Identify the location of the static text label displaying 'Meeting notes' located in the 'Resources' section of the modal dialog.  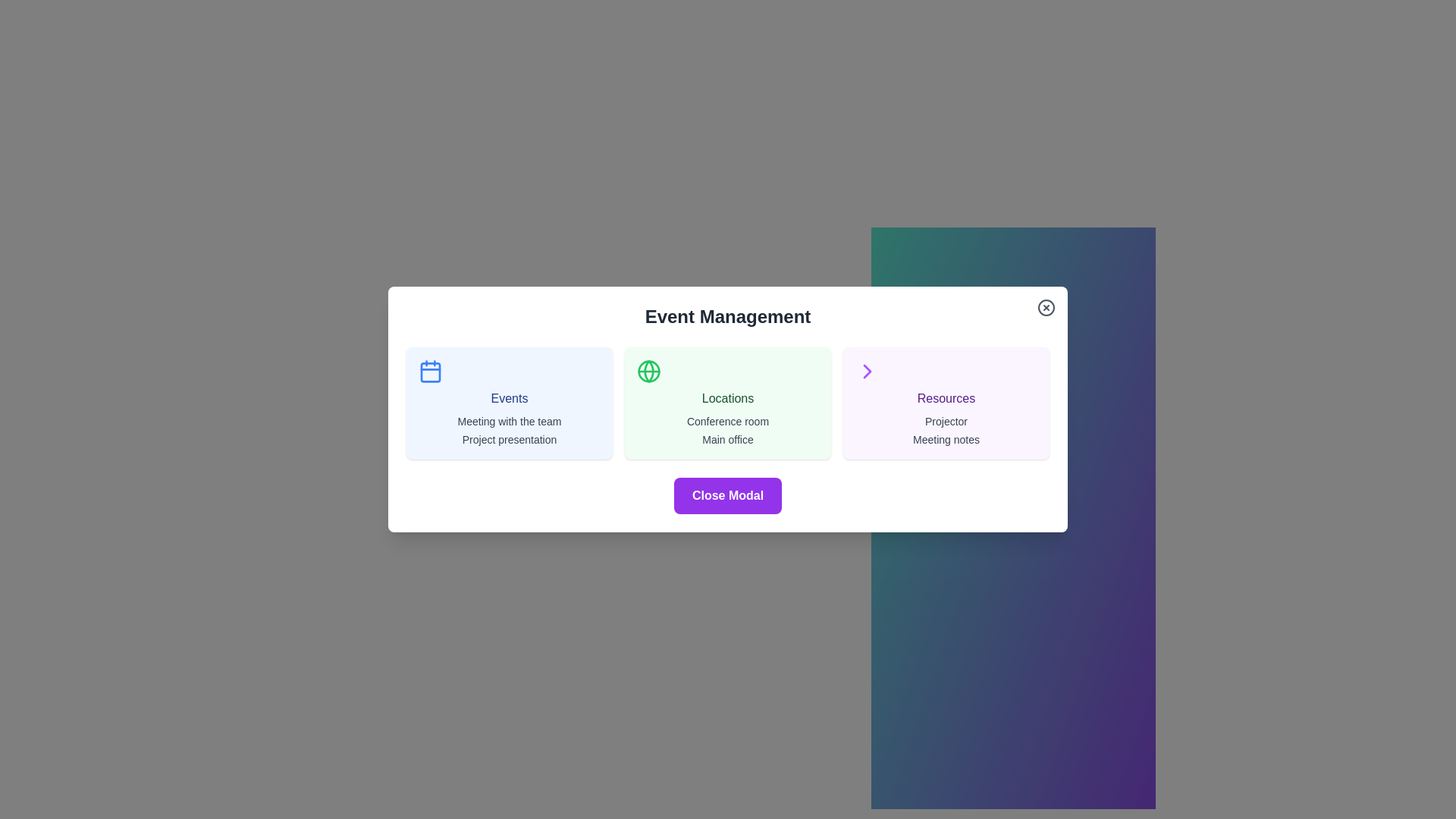
(946, 439).